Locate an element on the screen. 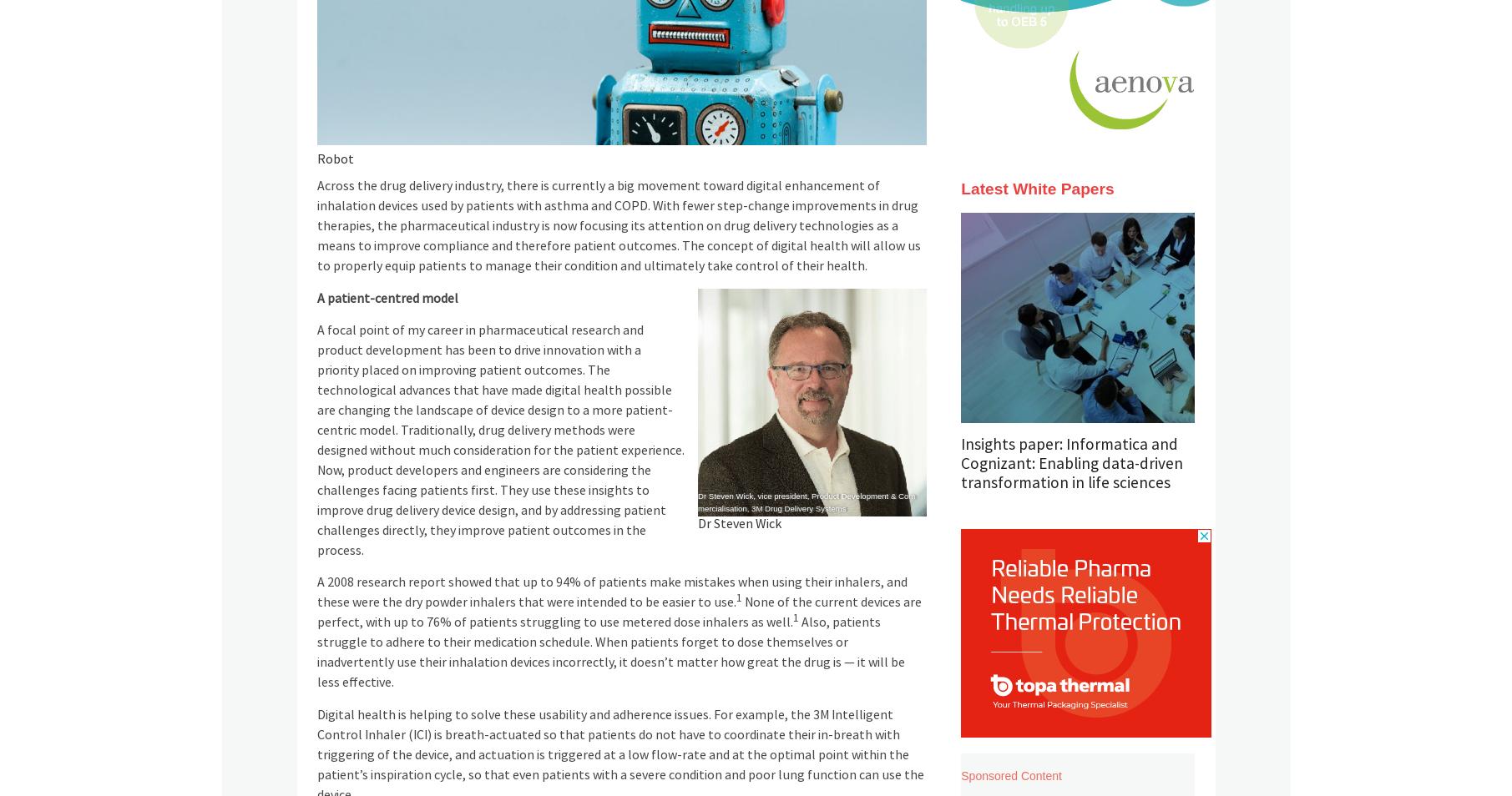 This screenshot has height=796, width=1512. 'Also, patients struggle to adhere to their medication schedule. When patients forget to dose themselves or inadvertently use their inhalation devices incorrectly, it doesn’t matter how great the drug is — it will be less effective.' is located at coordinates (609, 652).